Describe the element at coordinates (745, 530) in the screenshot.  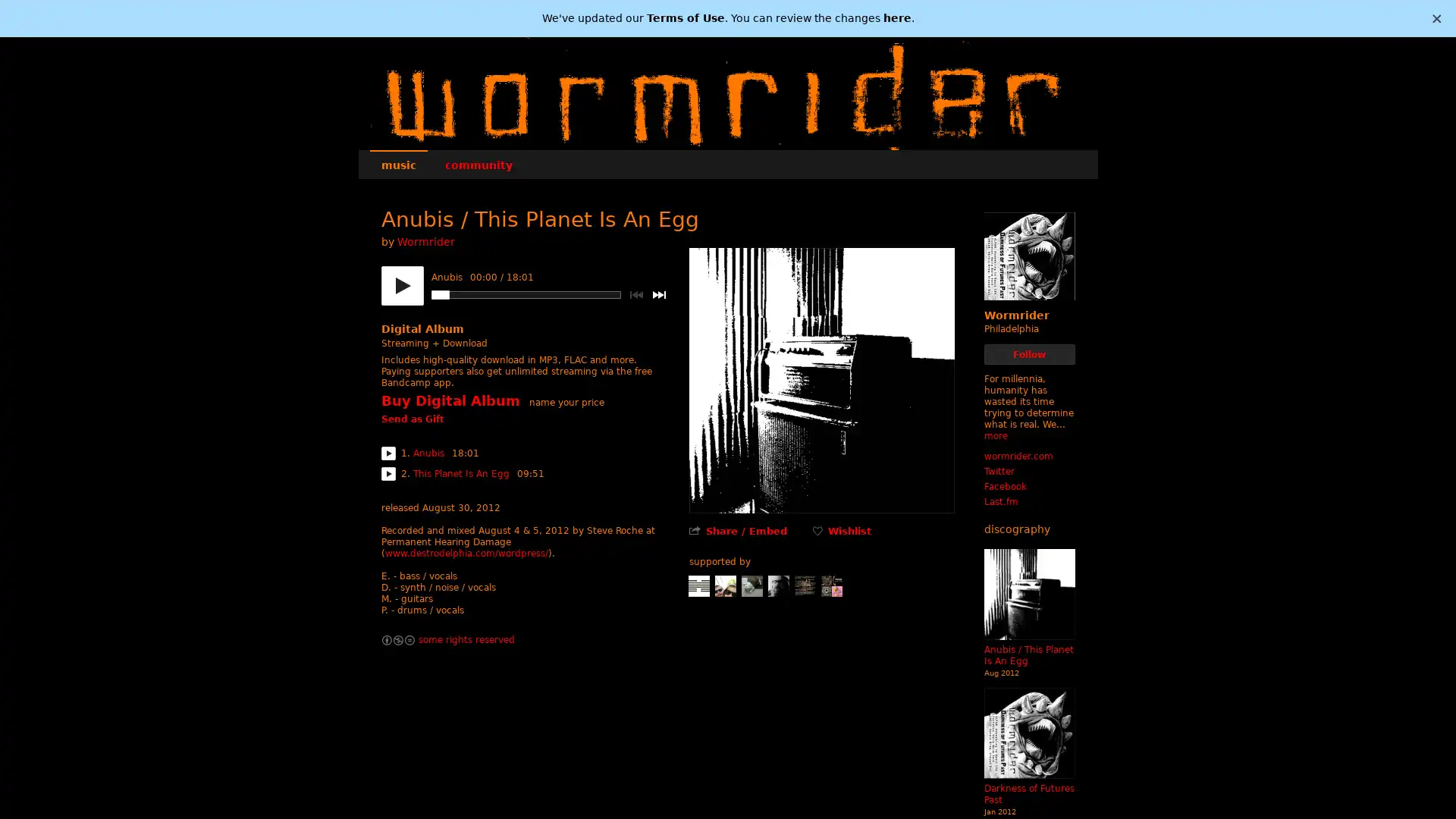
I see `Share / Embed` at that location.